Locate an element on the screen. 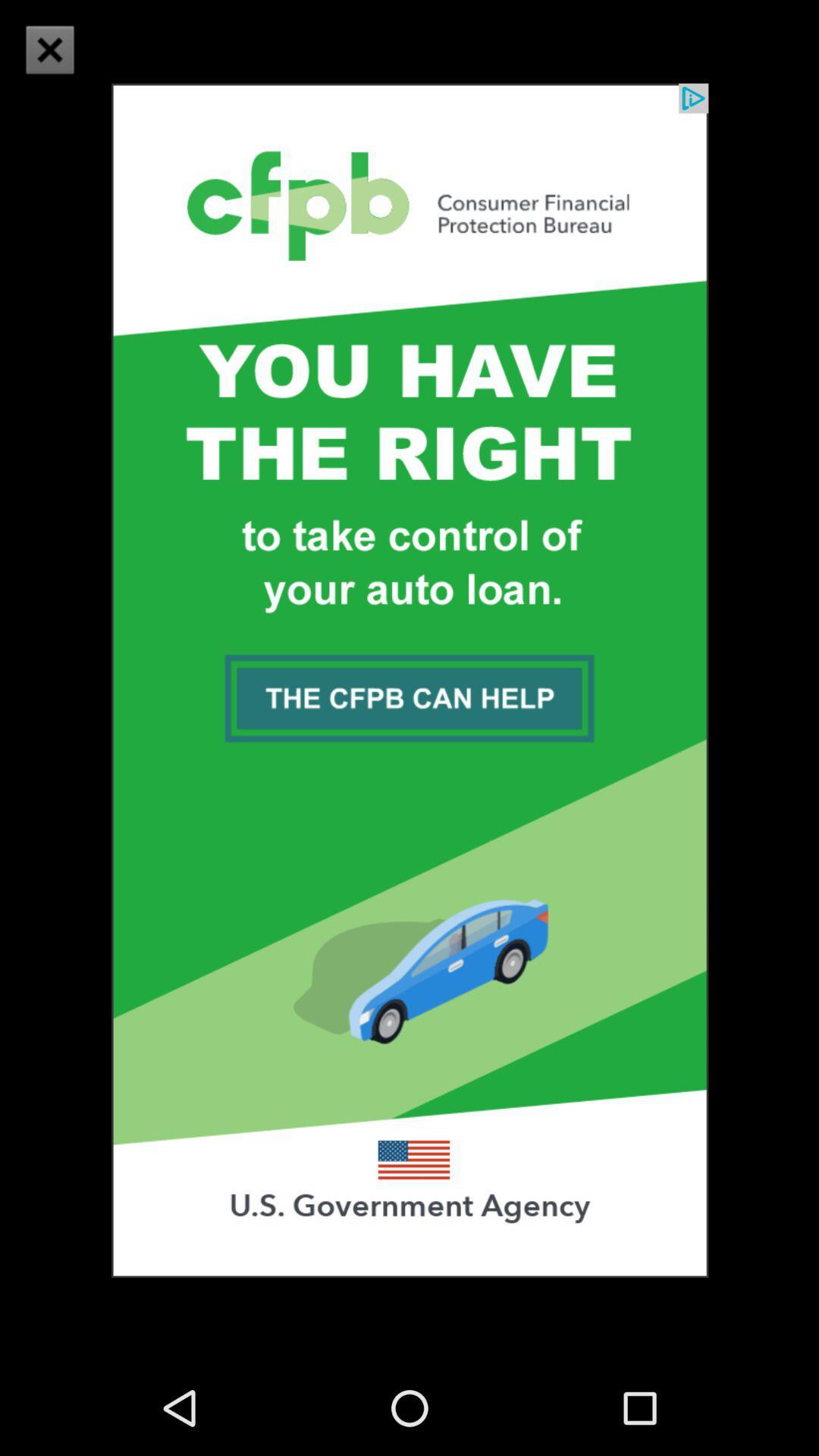 The height and width of the screenshot is (1456, 819). the close icon is located at coordinates (49, 53).